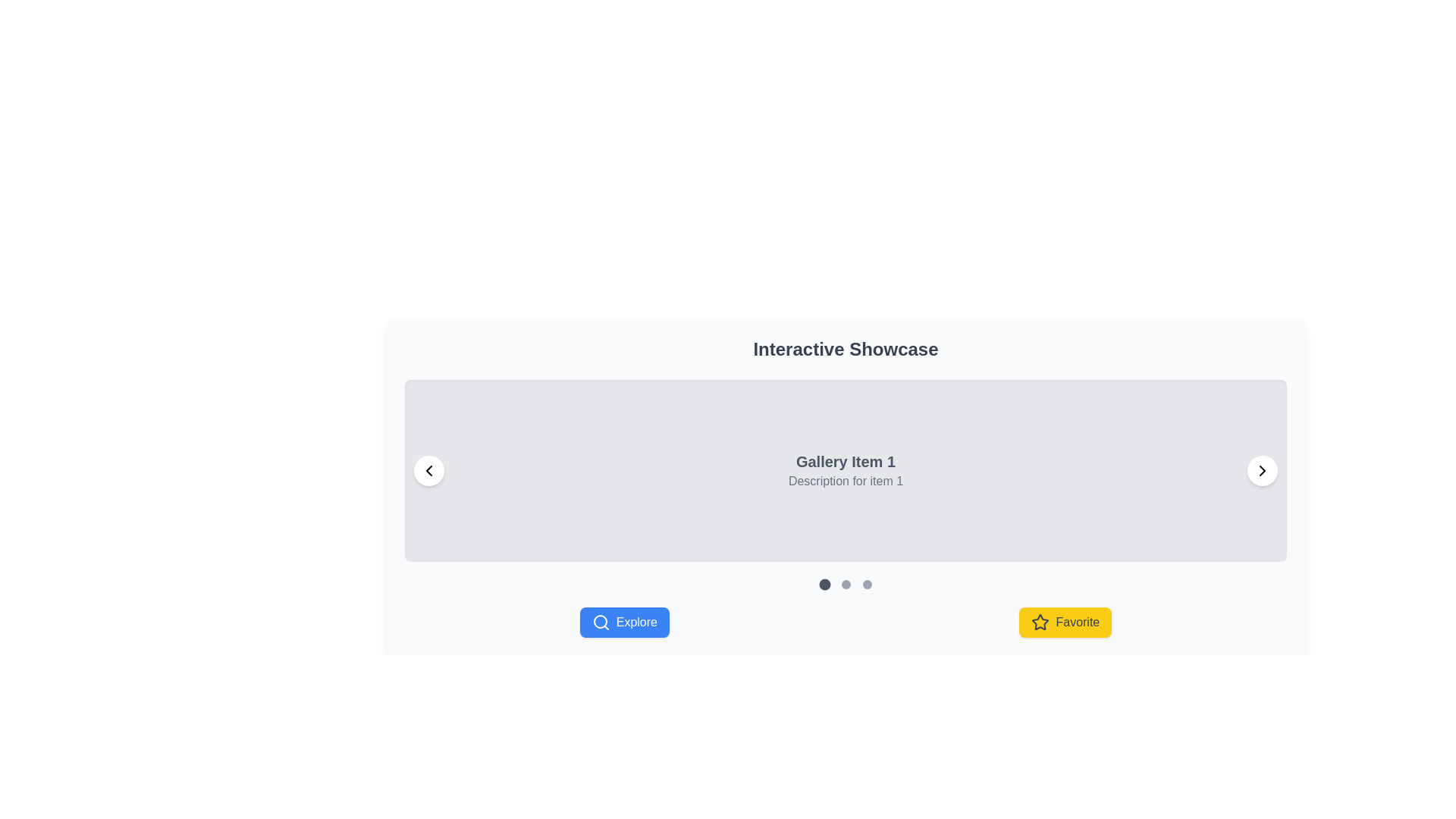 This screenshot has height=819, width=1456. I want to click on the 'Favorite' button, which has a yellow background, rounded corners, and contains a star icon and the text 'Favorite', to observe any styling changes, so click(1065, 623).